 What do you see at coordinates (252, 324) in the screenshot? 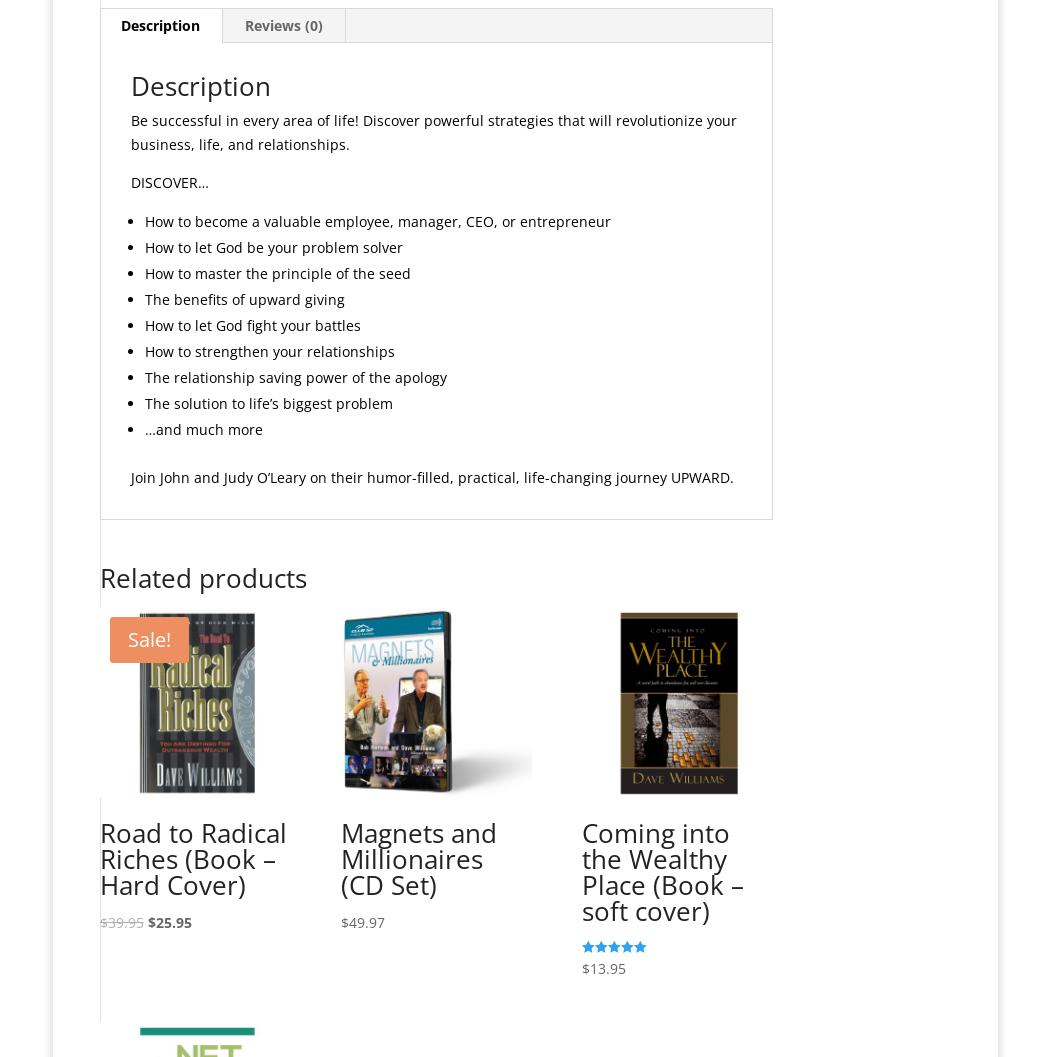
I see `'How to let God fight your battles'` at bounding box center [252, 324].